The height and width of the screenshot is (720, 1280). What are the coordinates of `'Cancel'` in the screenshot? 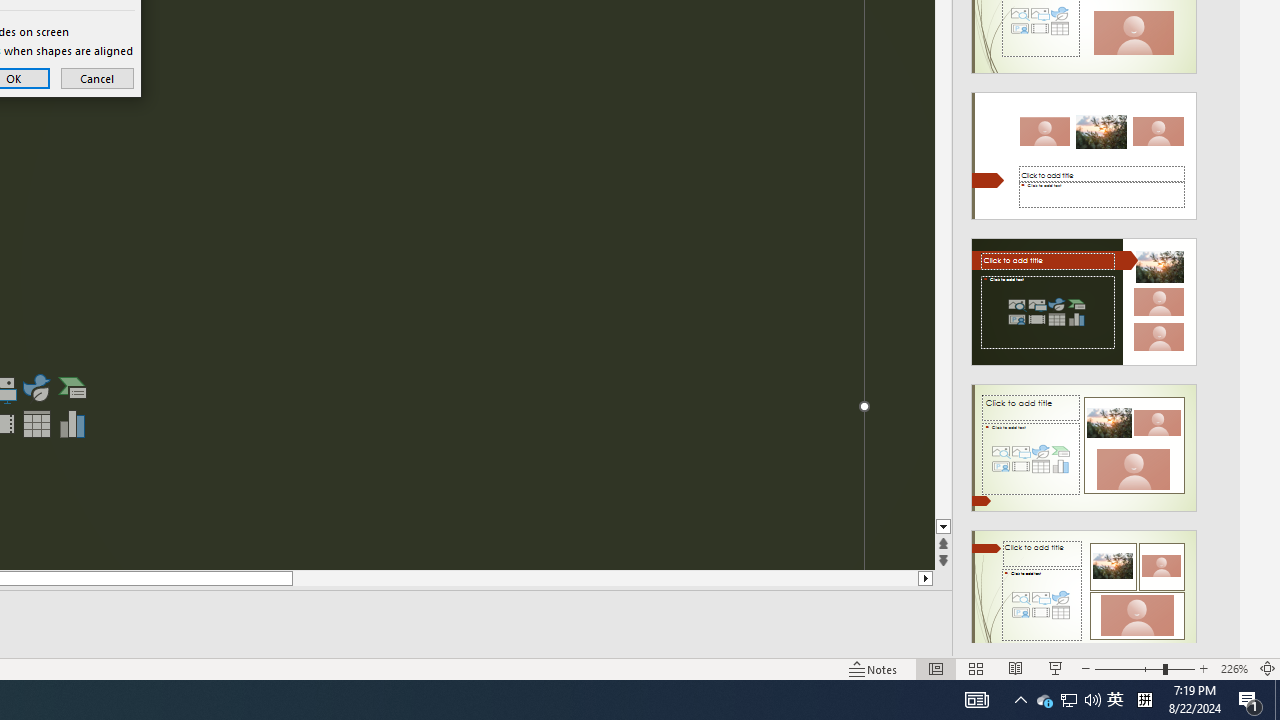 It's located at (96, 77).